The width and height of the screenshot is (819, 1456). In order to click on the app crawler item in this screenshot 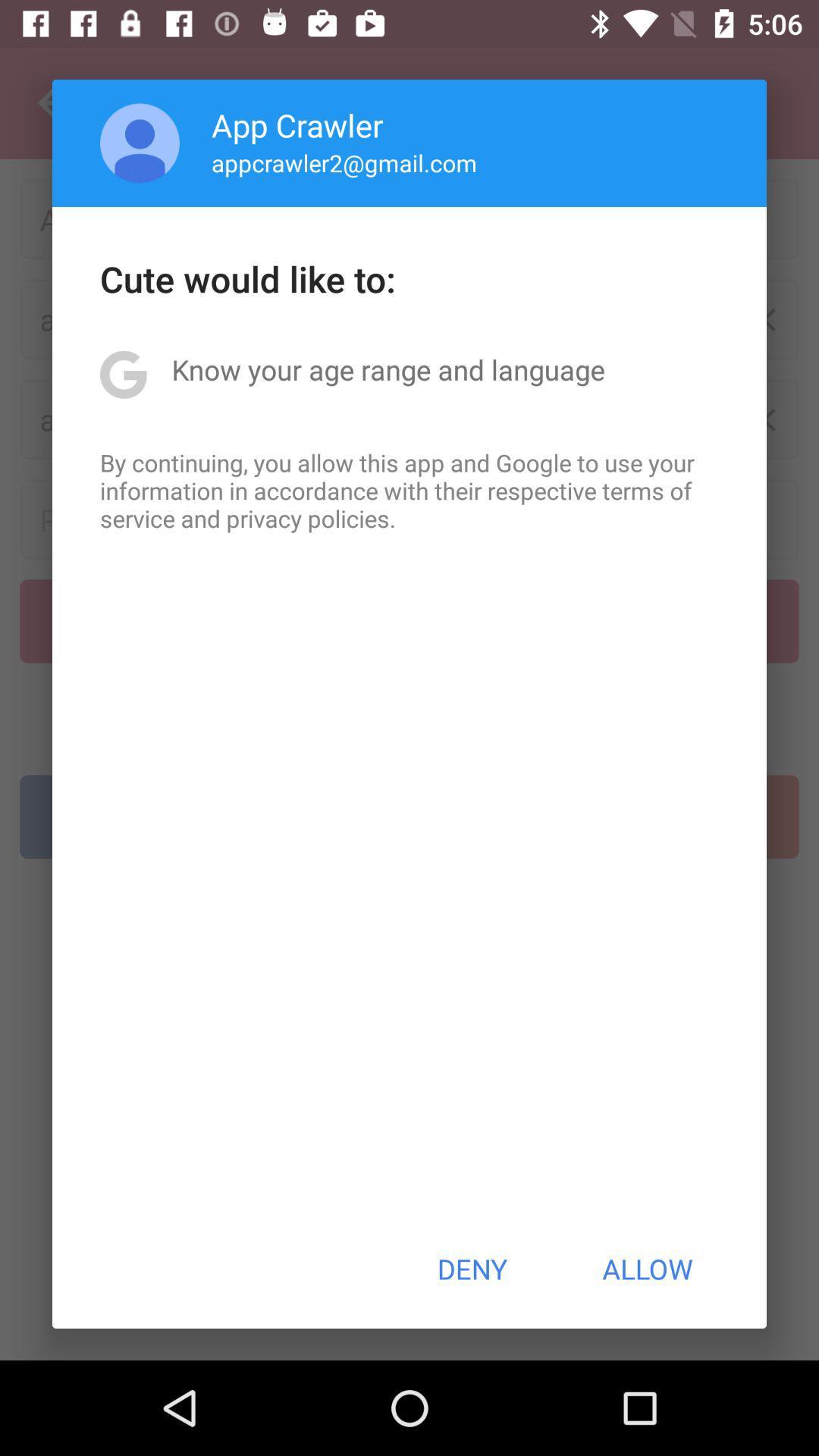, I will do `click(297, 124)`.